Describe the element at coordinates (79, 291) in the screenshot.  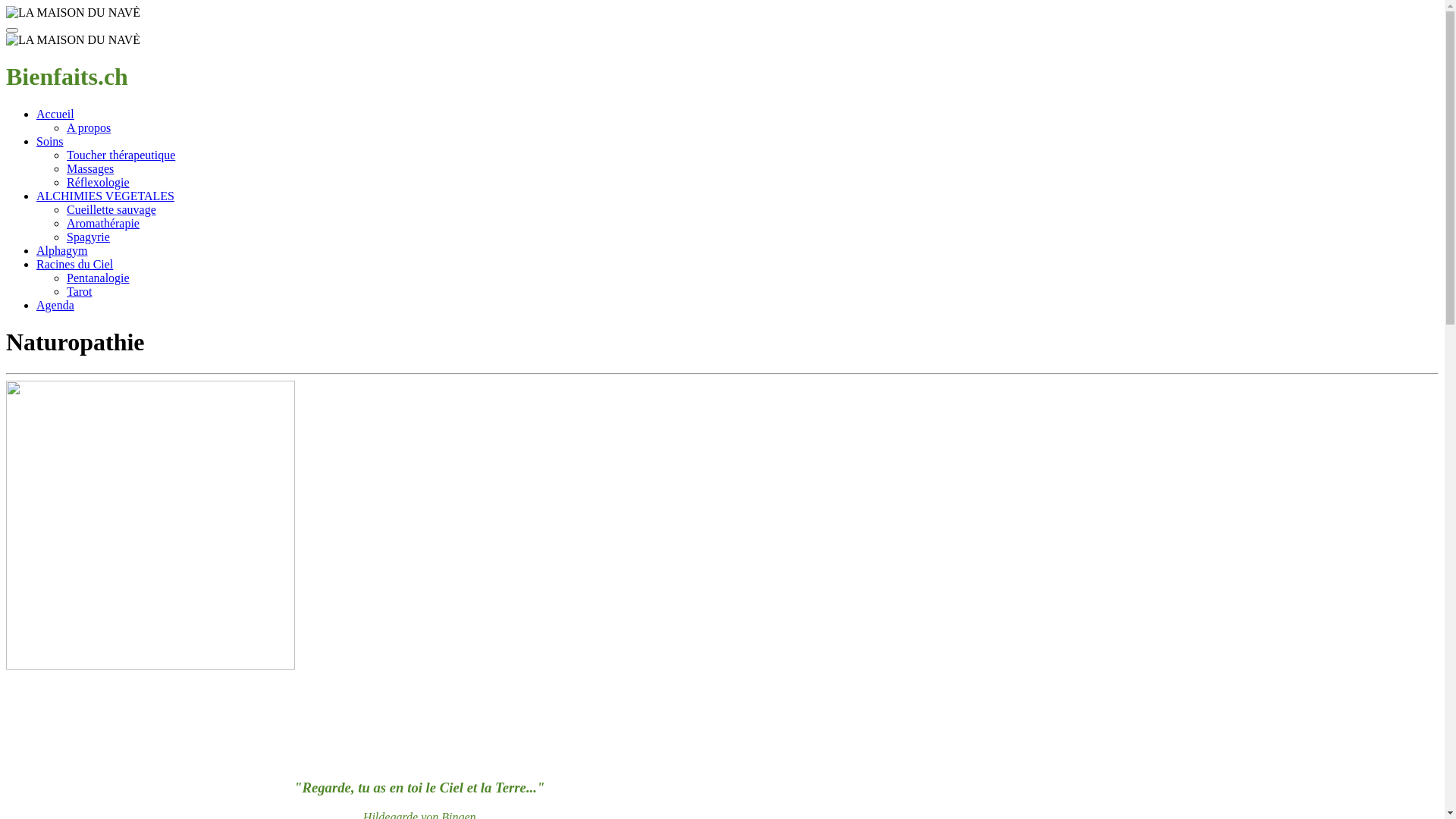
I see `'Tarot'` at that location.